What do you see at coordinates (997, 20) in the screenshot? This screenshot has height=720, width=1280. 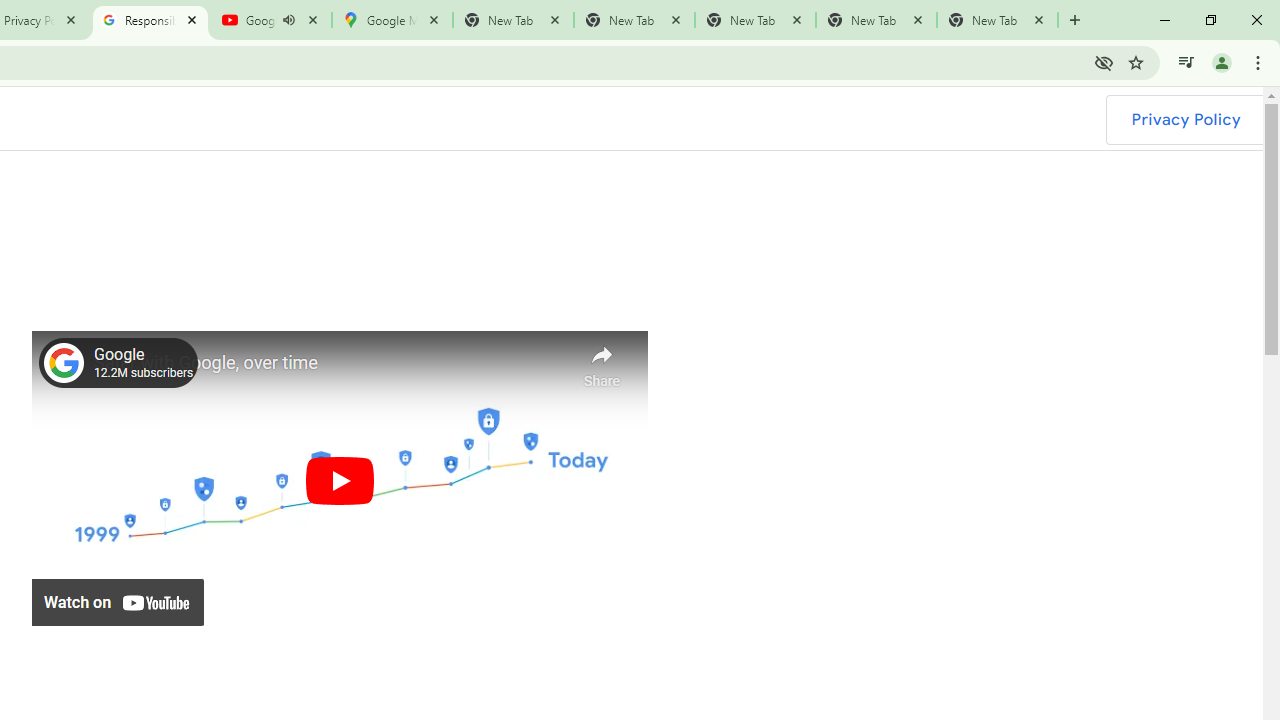 I see `'New Tab'` at bounding box center [997, 20].